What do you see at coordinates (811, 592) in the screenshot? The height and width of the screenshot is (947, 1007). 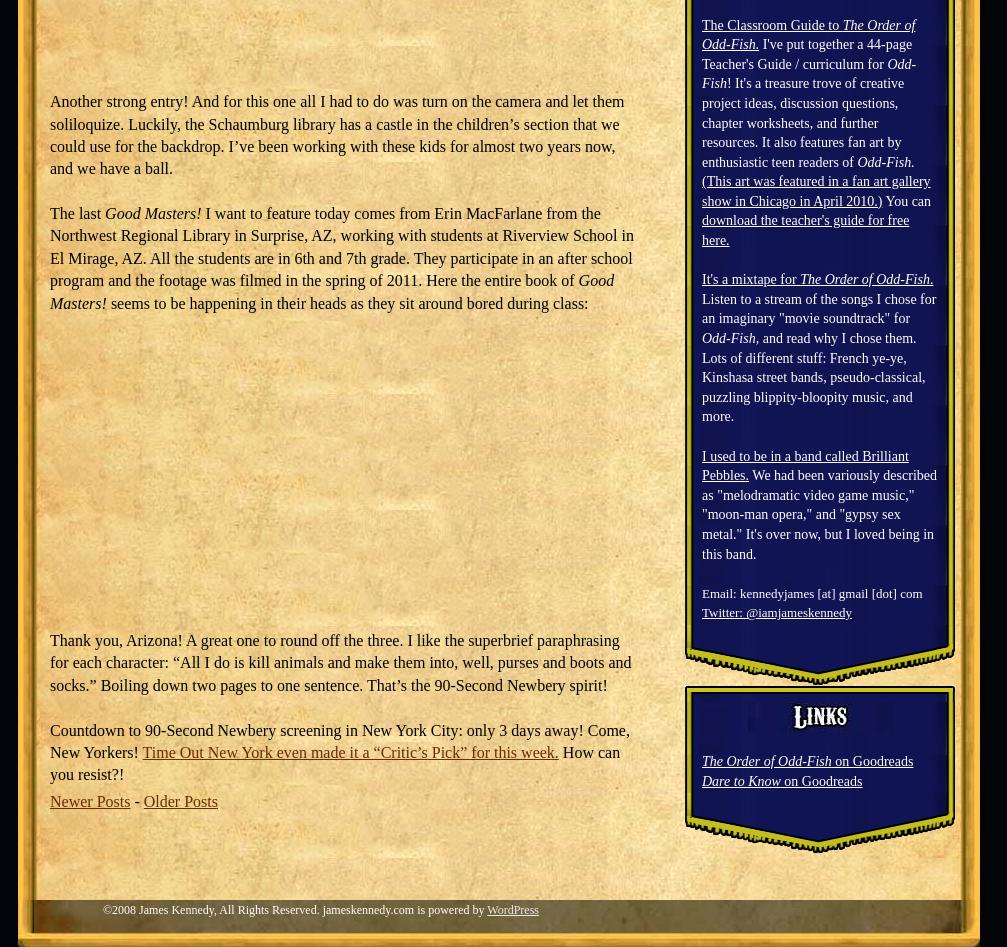 I see `'Email: kennedyjames [at] gmail [dot] com'` at bounding box center [811, 592].